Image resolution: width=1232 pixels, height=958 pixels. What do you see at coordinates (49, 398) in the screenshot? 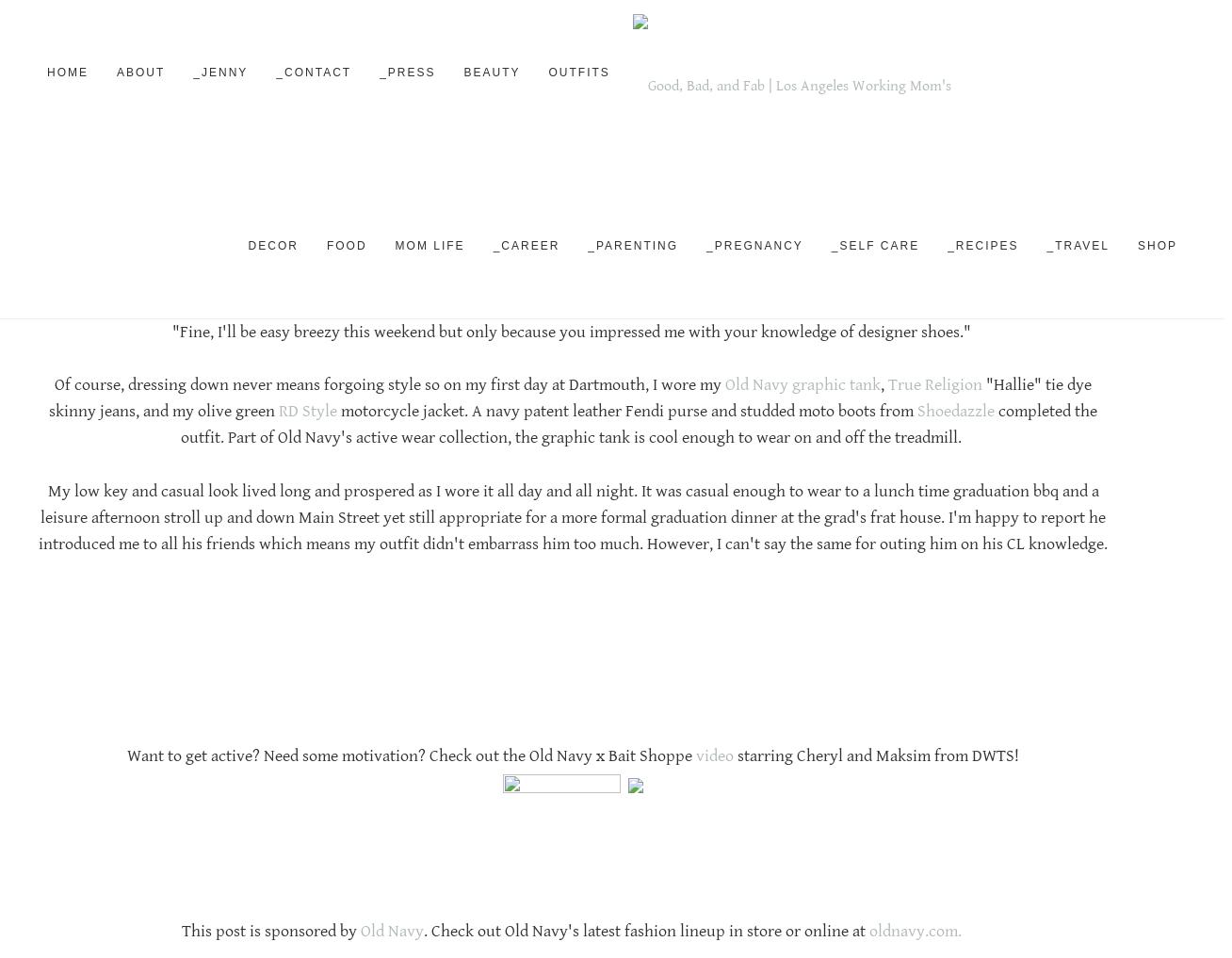
I see `'"Hallie" tie dye skinny jeans, and my olive green'` at bounding box center [49, 398].